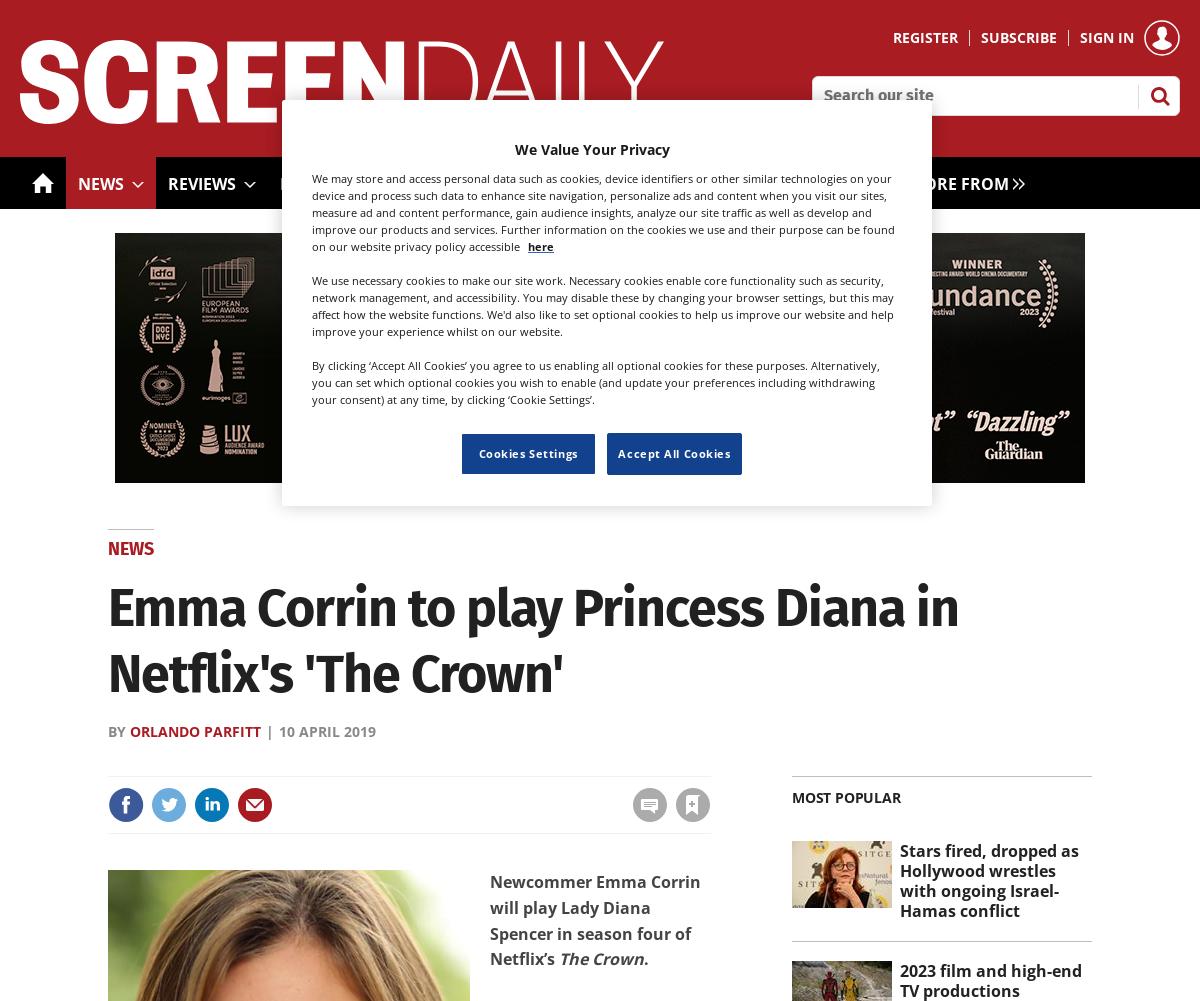  What do you see at coordinates (194, 730) in the screenshot?
I see `'Orlando Parfitt'` at bounding box center [194, 730].